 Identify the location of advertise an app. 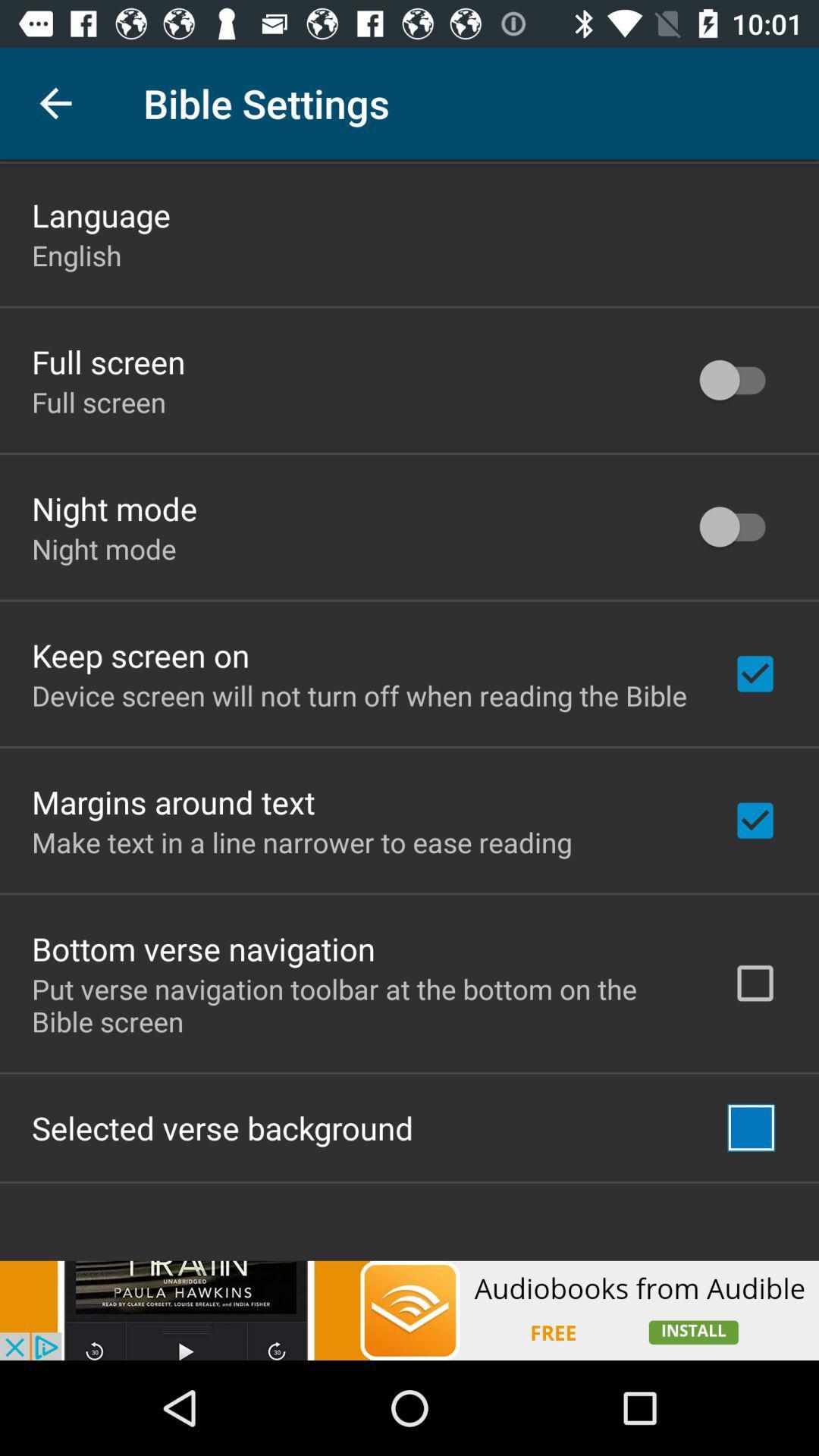
(409, 1310).